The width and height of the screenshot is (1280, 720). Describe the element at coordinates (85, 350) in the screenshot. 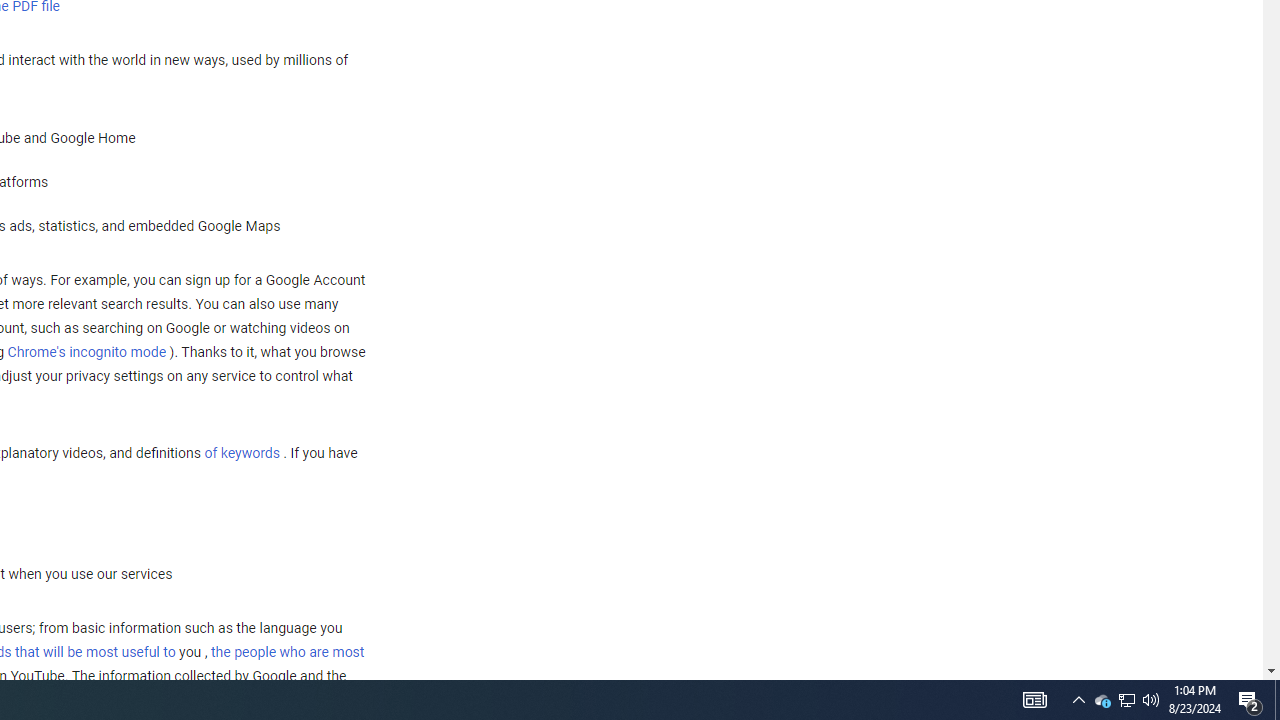

I see `'Chrome'` at that location.